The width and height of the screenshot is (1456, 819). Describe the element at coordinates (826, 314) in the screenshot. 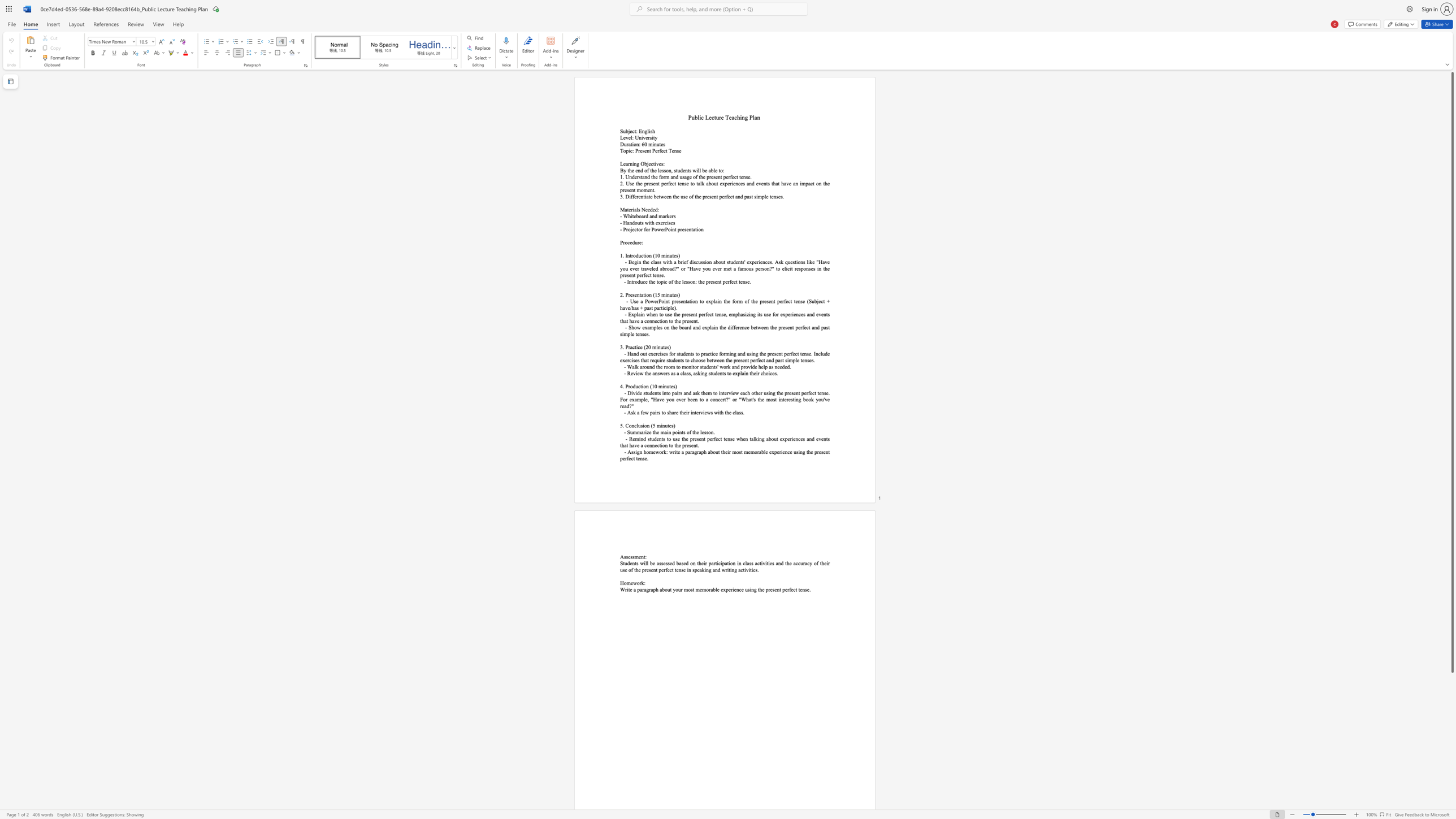

I see `the 7th character "t" in the text` at that location.